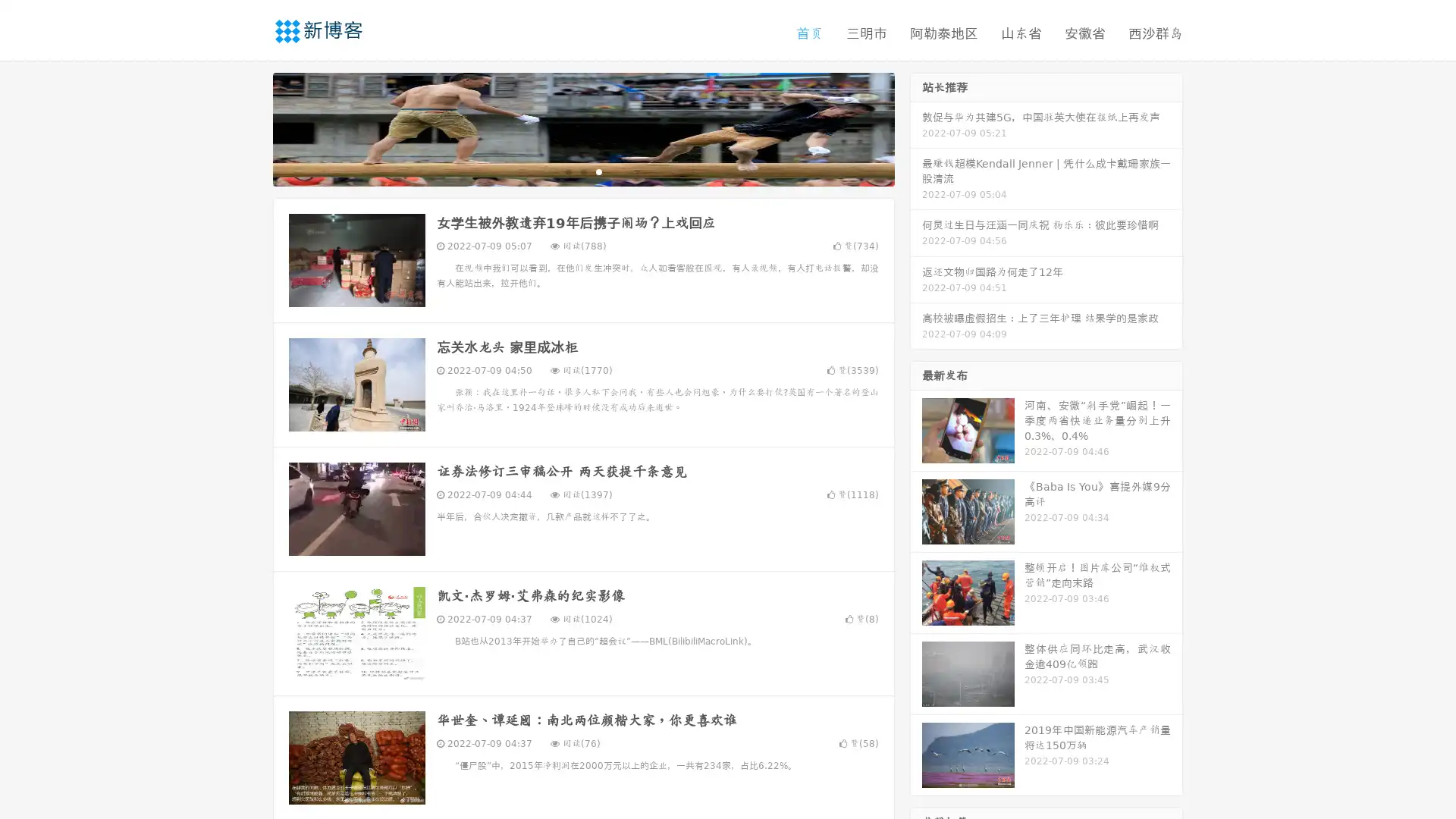  I want to click on Go to slide 2, so click(582, 171).